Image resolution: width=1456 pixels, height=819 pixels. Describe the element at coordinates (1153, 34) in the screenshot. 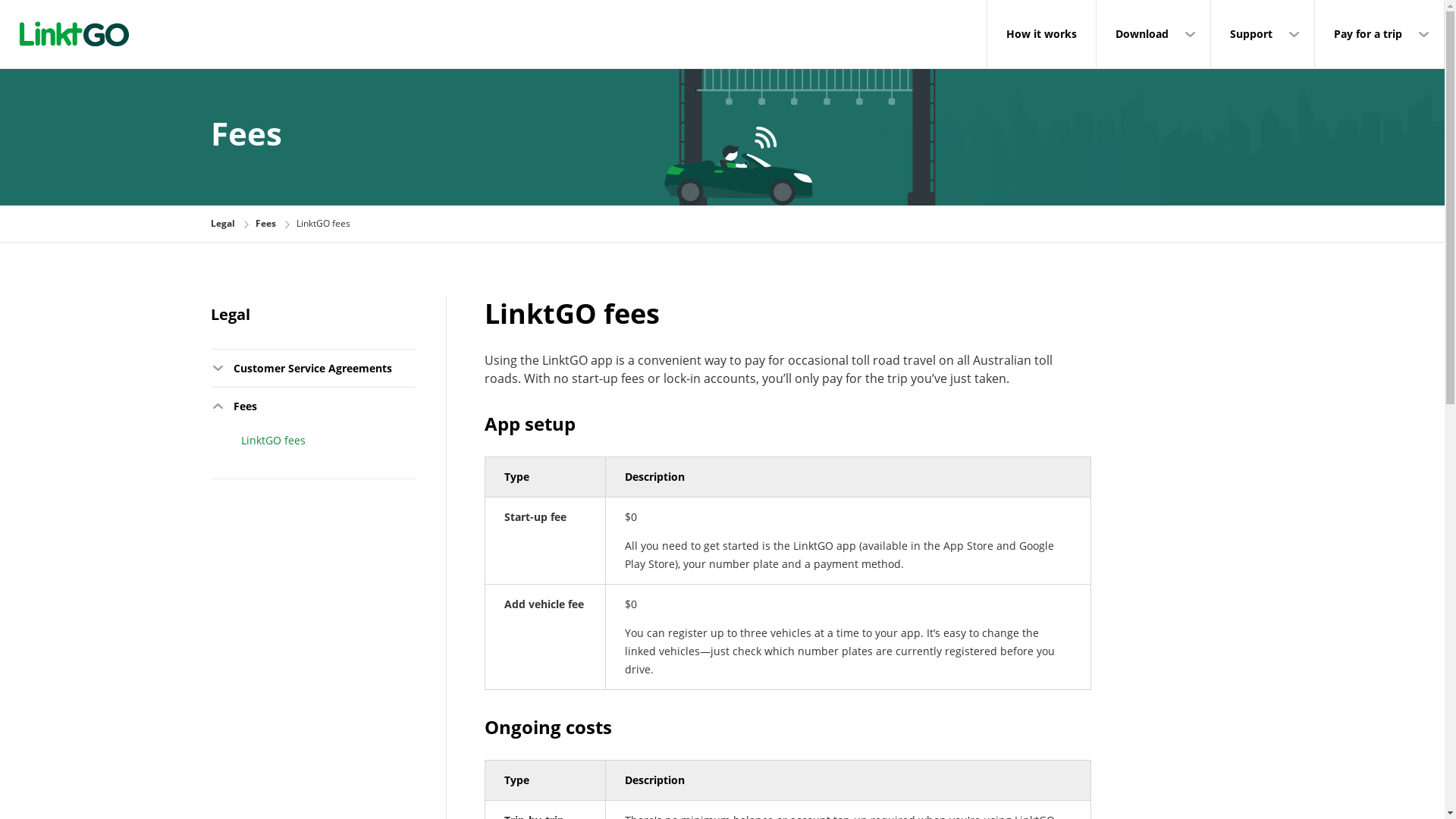

I see `'Download'` at that location.